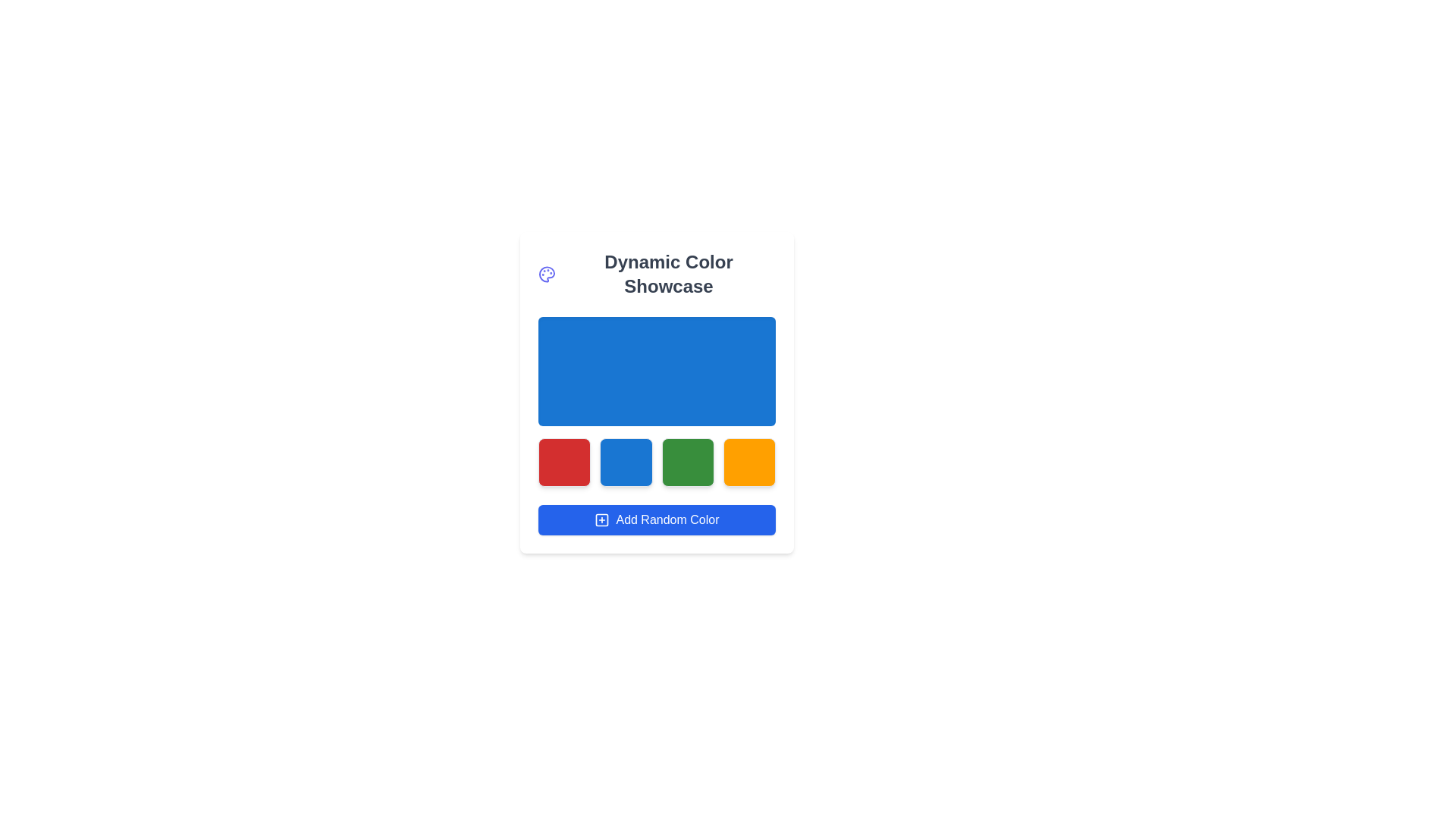  What do you see at coordinates (601, 519) in the screenshot?
I see `the '+' icon located within the blue 'Add Random Color' button, which indicates an action related to adding or increasing` at bounding box center [601, 519].